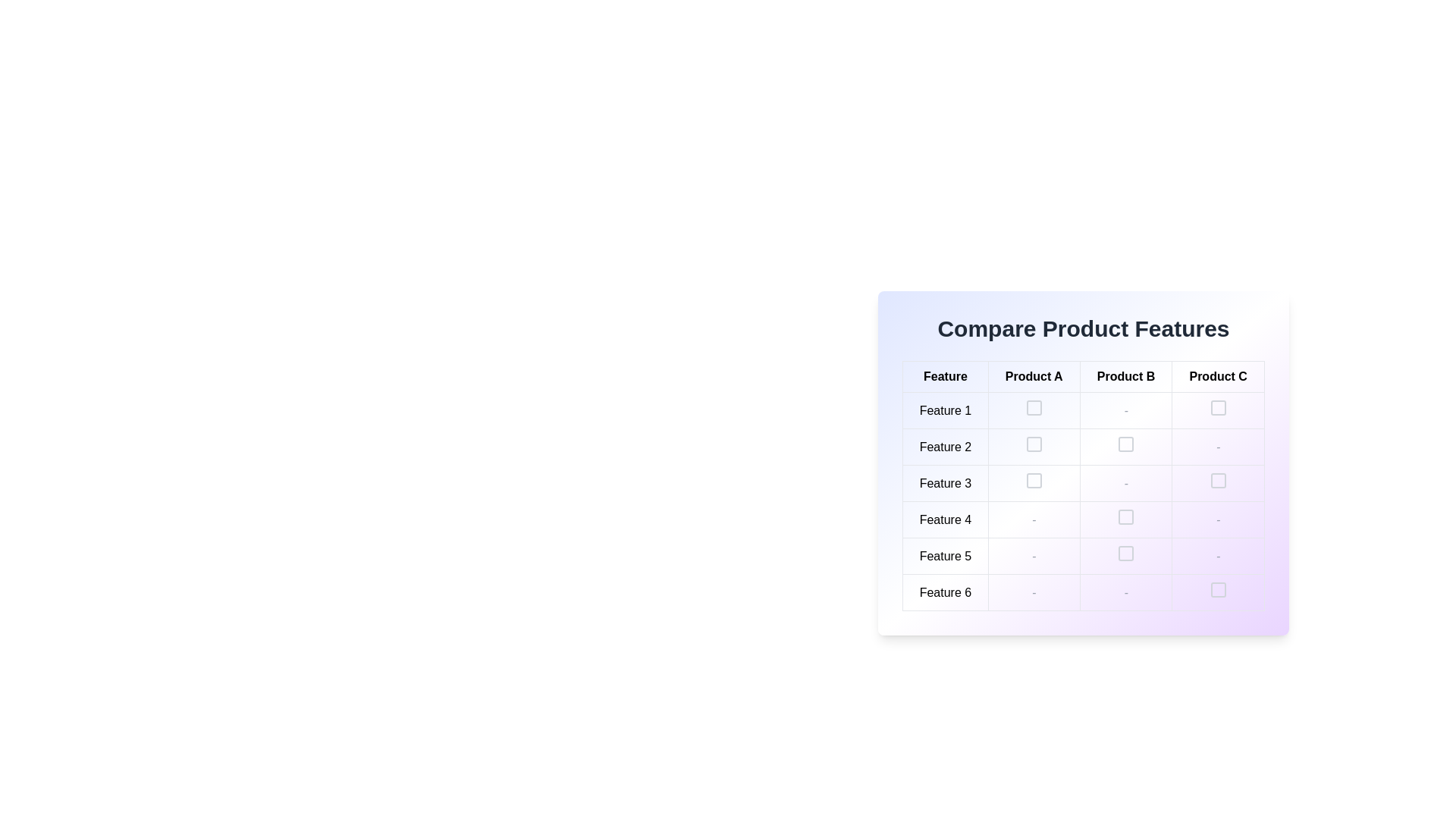 The width and height of the screenshot is (1456, 819). Describe the element at coordinates (1126, 446) in the screenshot. I see `the Box placeholder for 'Feature 2' of 'Product B' in the 'Compare Product Features' table, which is positioned in the second row under the 'Product B' column` at that location.